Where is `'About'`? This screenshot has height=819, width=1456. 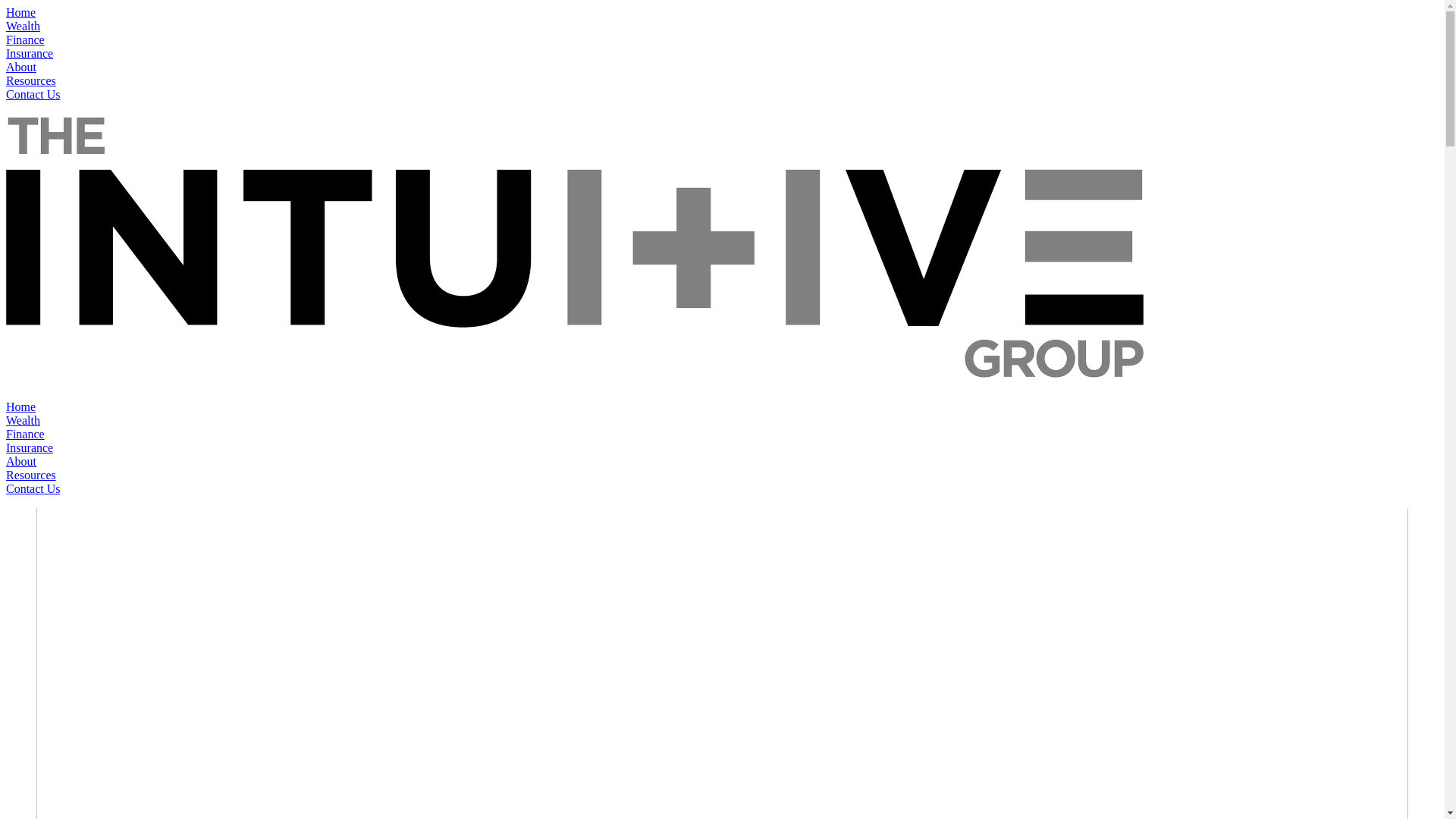 'About' is located at coordinates (6, 66).